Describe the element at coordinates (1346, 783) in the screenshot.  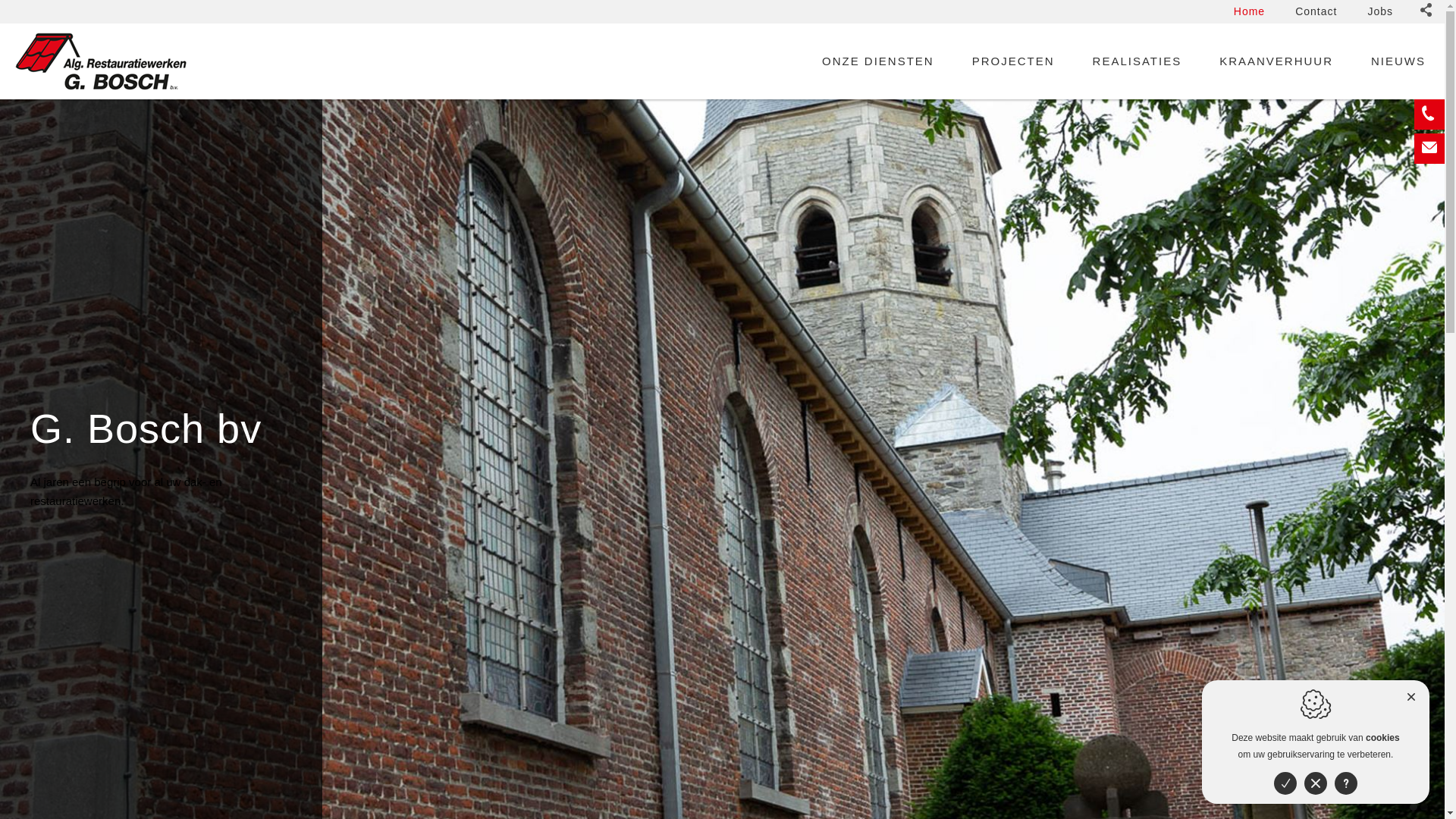
I see `'Meer informatie'` at that location.